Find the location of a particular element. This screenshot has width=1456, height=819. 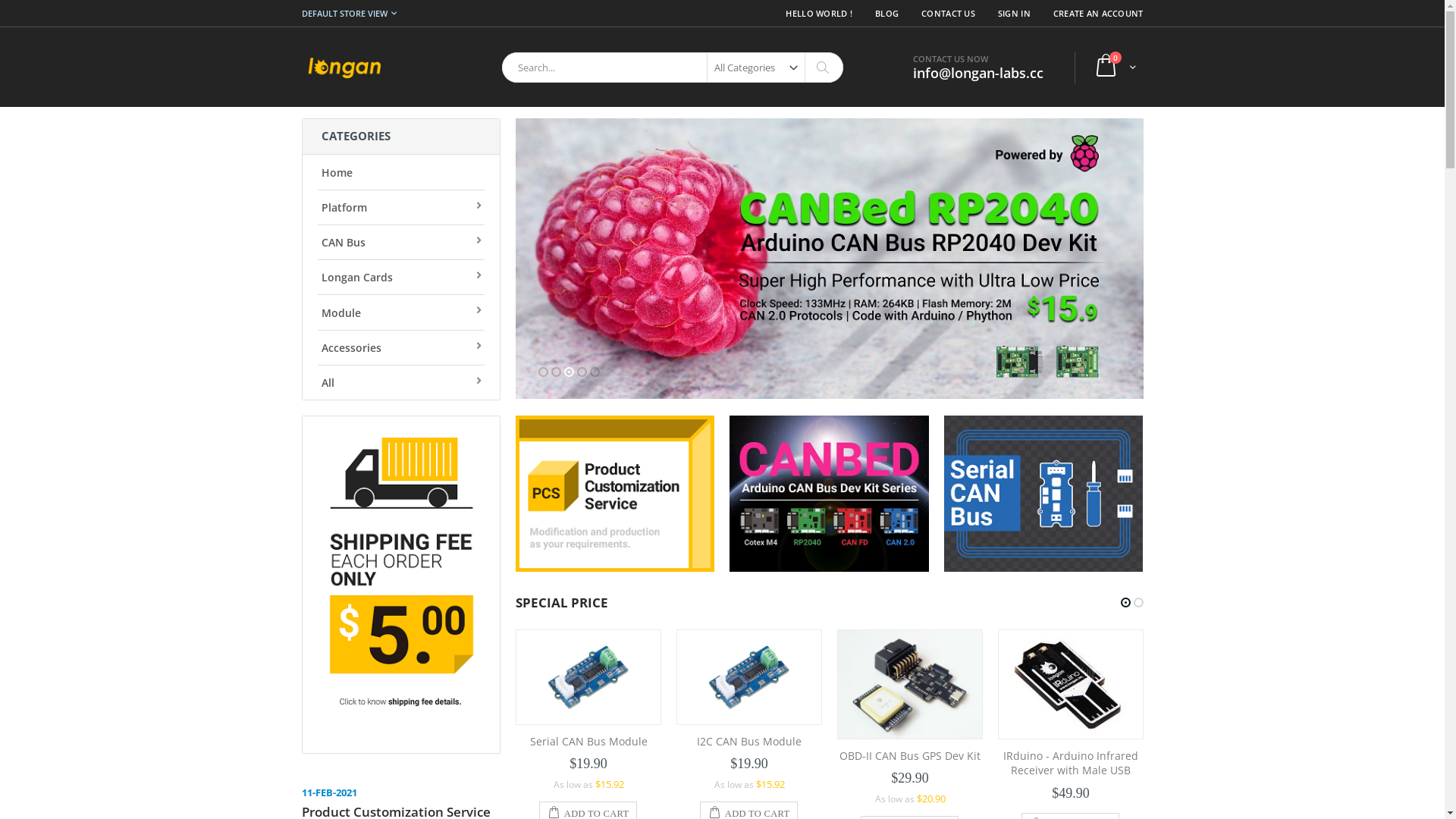

'CONTACT US' is located at coordinates (947, 13).